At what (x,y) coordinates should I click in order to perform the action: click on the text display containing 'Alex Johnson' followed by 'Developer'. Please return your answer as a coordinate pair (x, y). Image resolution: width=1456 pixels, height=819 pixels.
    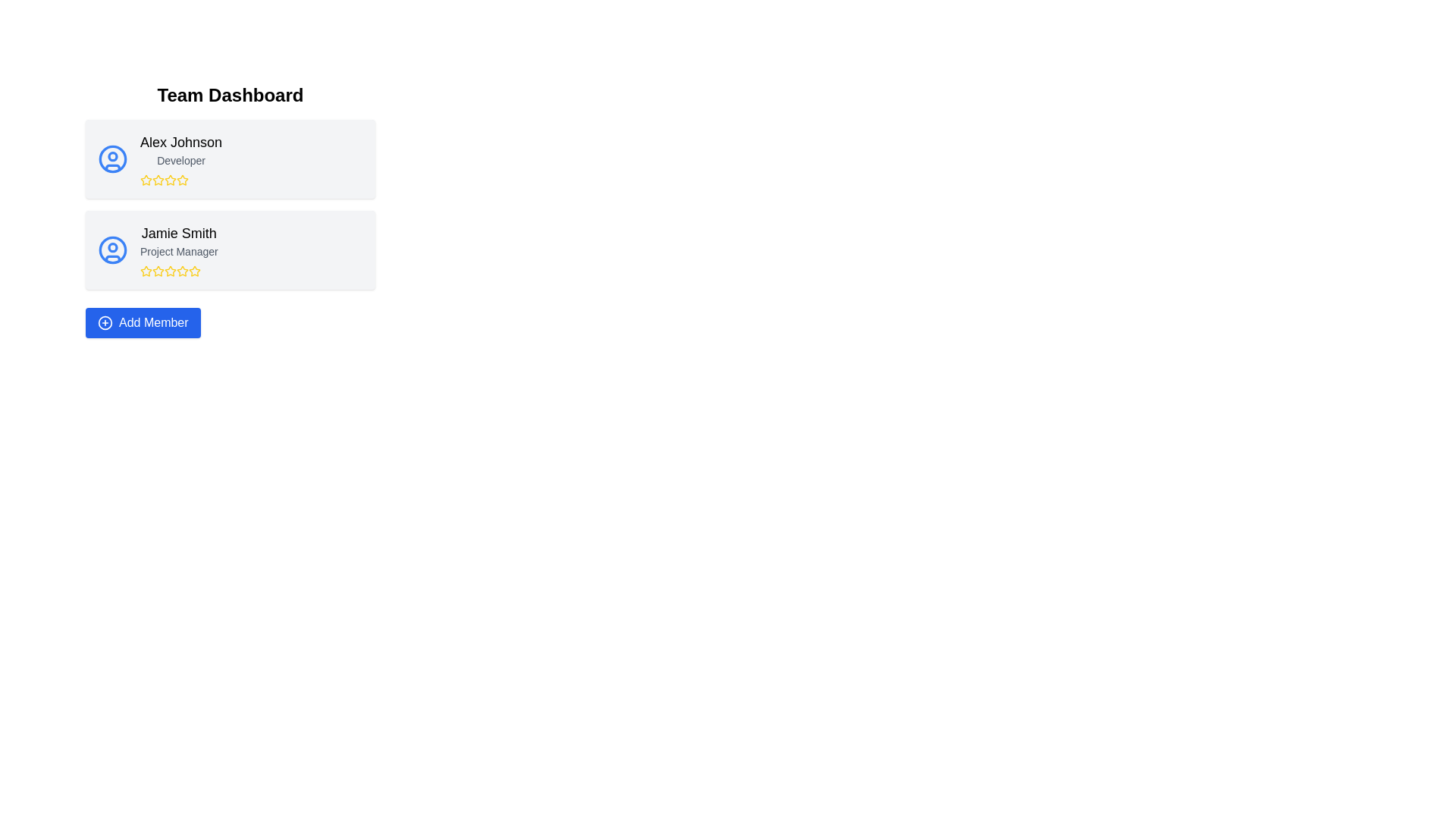
    Looking at the image, I should click on (181, 158).